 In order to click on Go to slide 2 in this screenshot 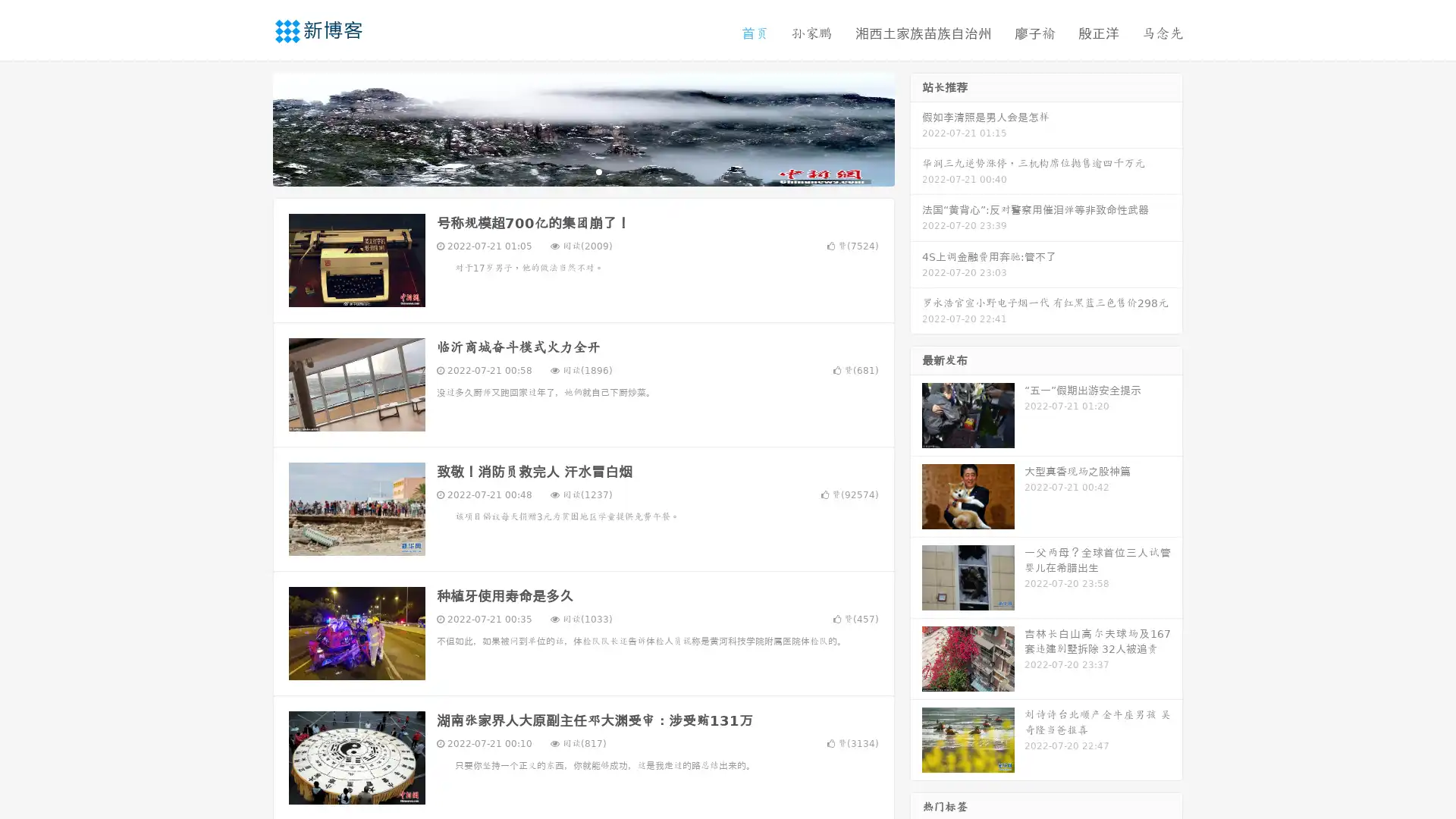, I will do `click(582, 171)`.